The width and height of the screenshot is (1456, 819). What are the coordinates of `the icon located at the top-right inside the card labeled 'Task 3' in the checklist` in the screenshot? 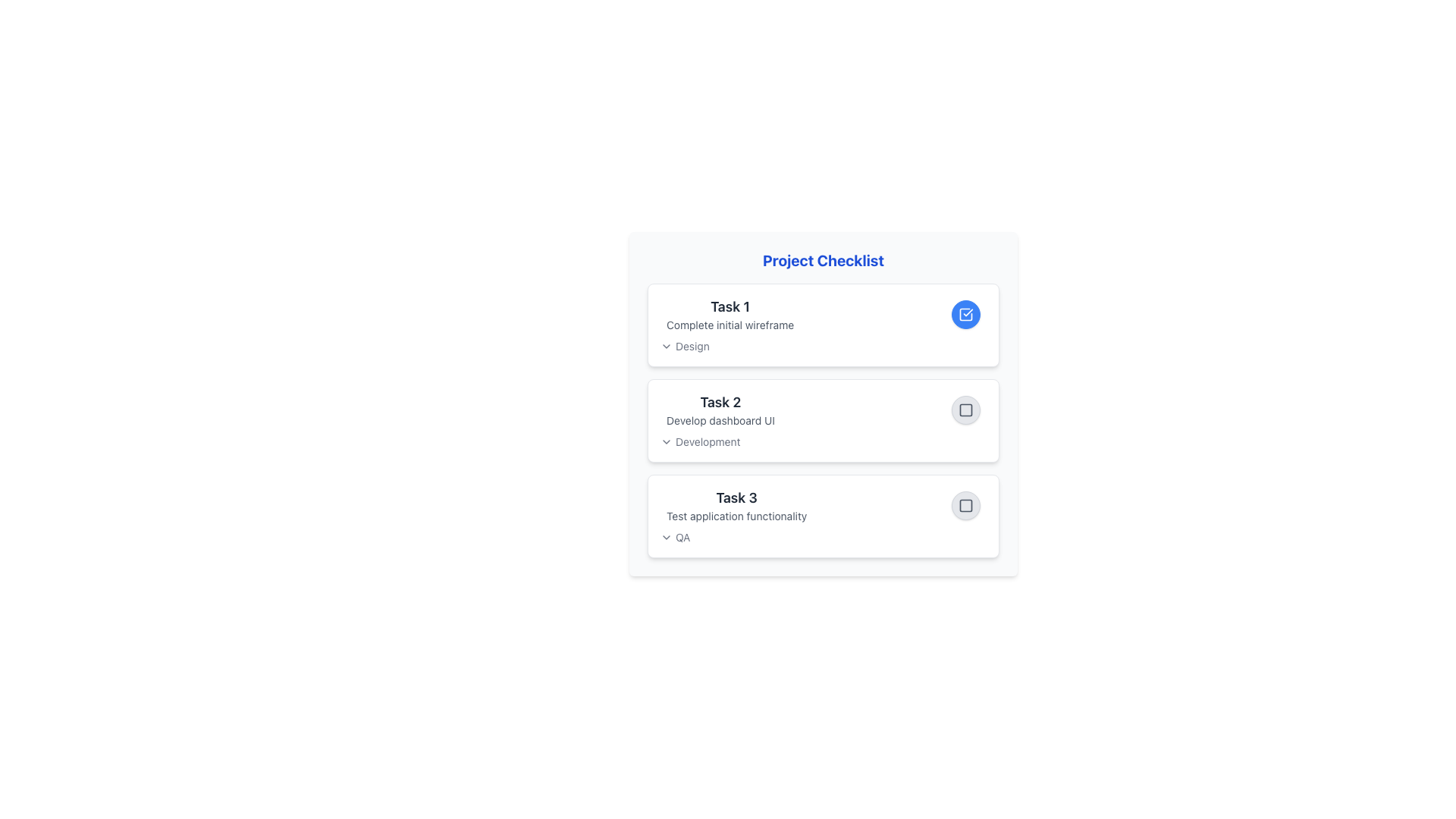 It's located at (965, 506).